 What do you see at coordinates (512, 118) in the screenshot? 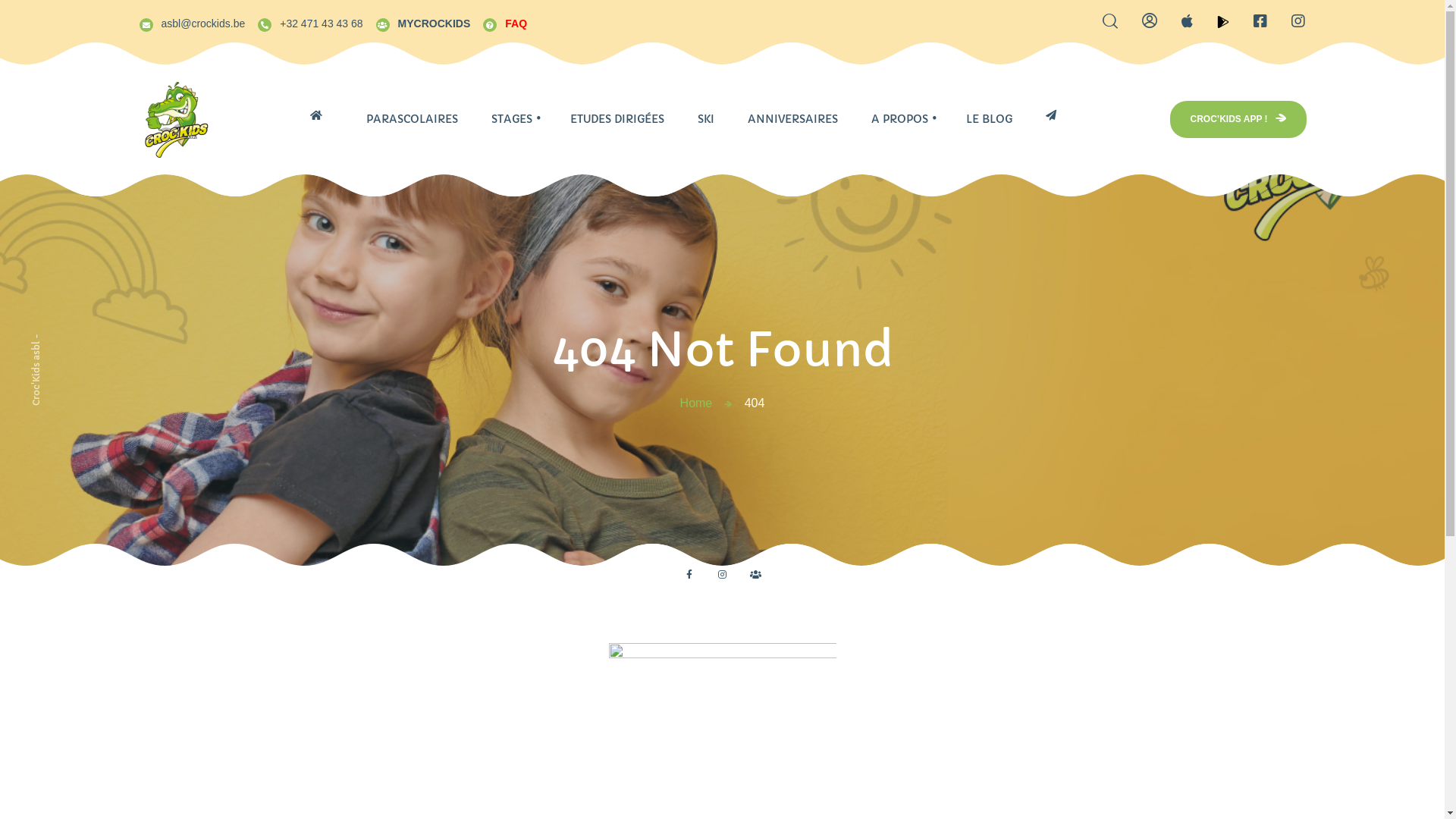
I see `'STAGES'` at bounding box center [512, 118].